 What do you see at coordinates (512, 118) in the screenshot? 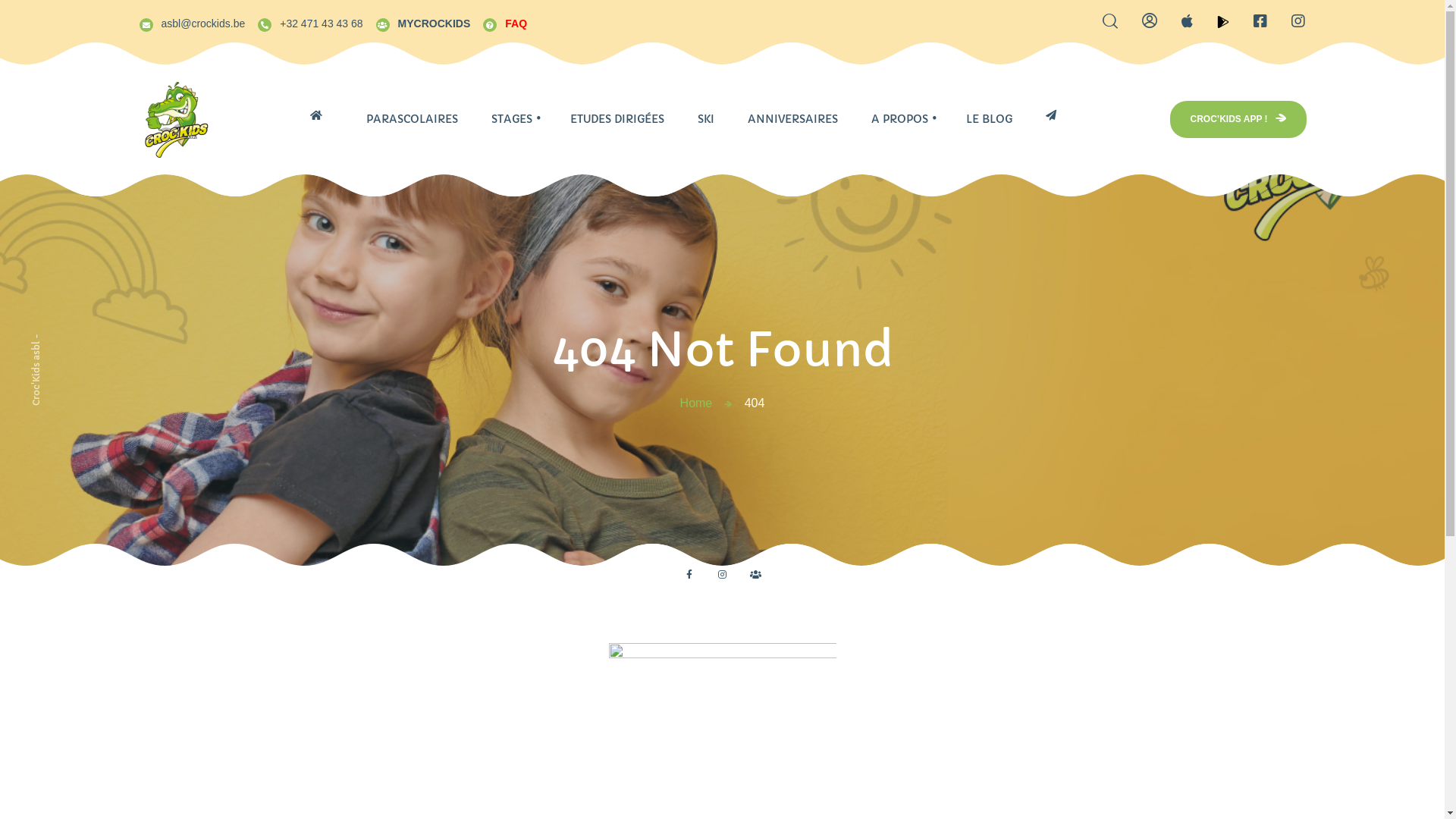
I see `'STAGES'` at bounding box center [512, 118].